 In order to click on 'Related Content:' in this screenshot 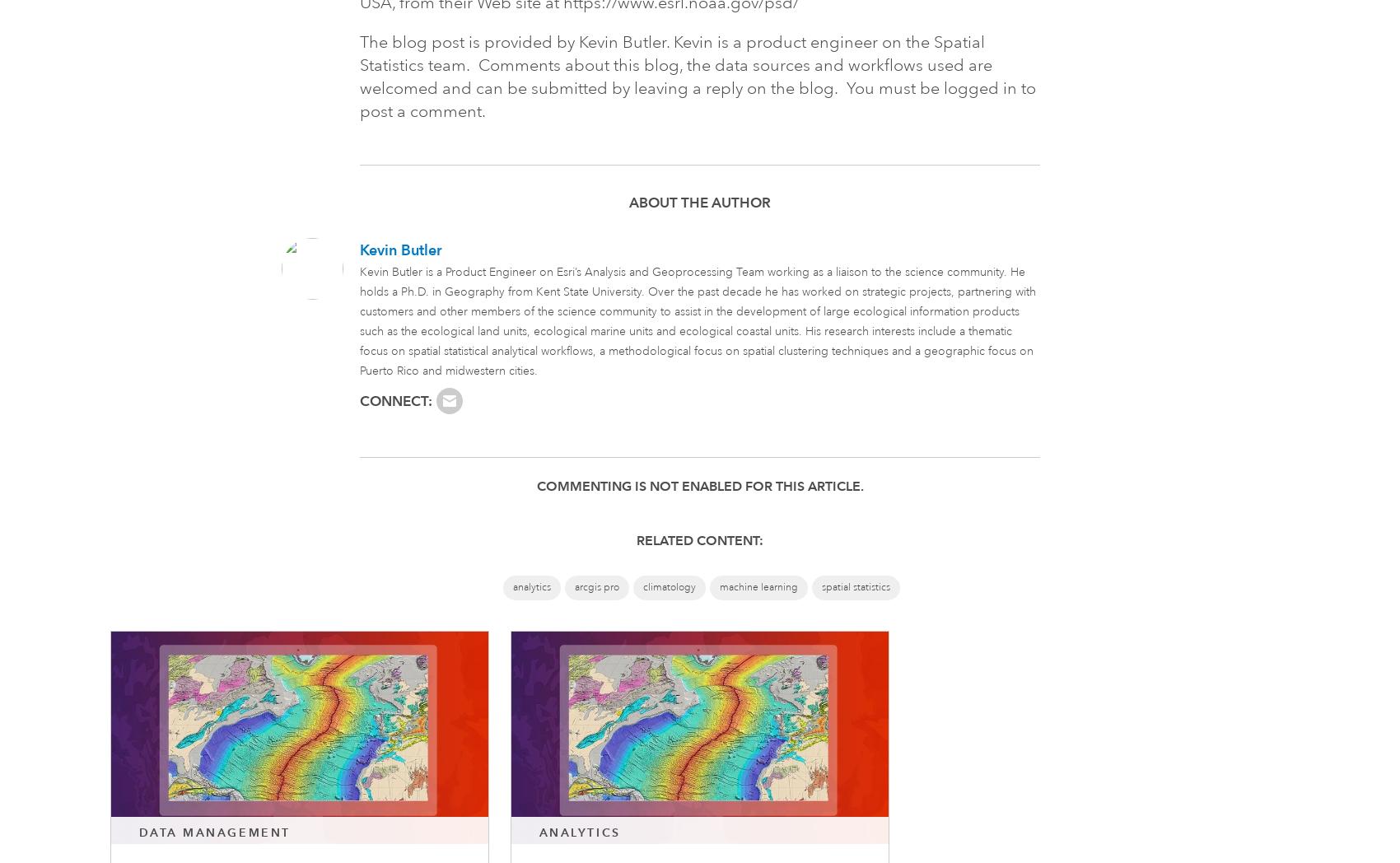, I will do `click(698, 540)`.